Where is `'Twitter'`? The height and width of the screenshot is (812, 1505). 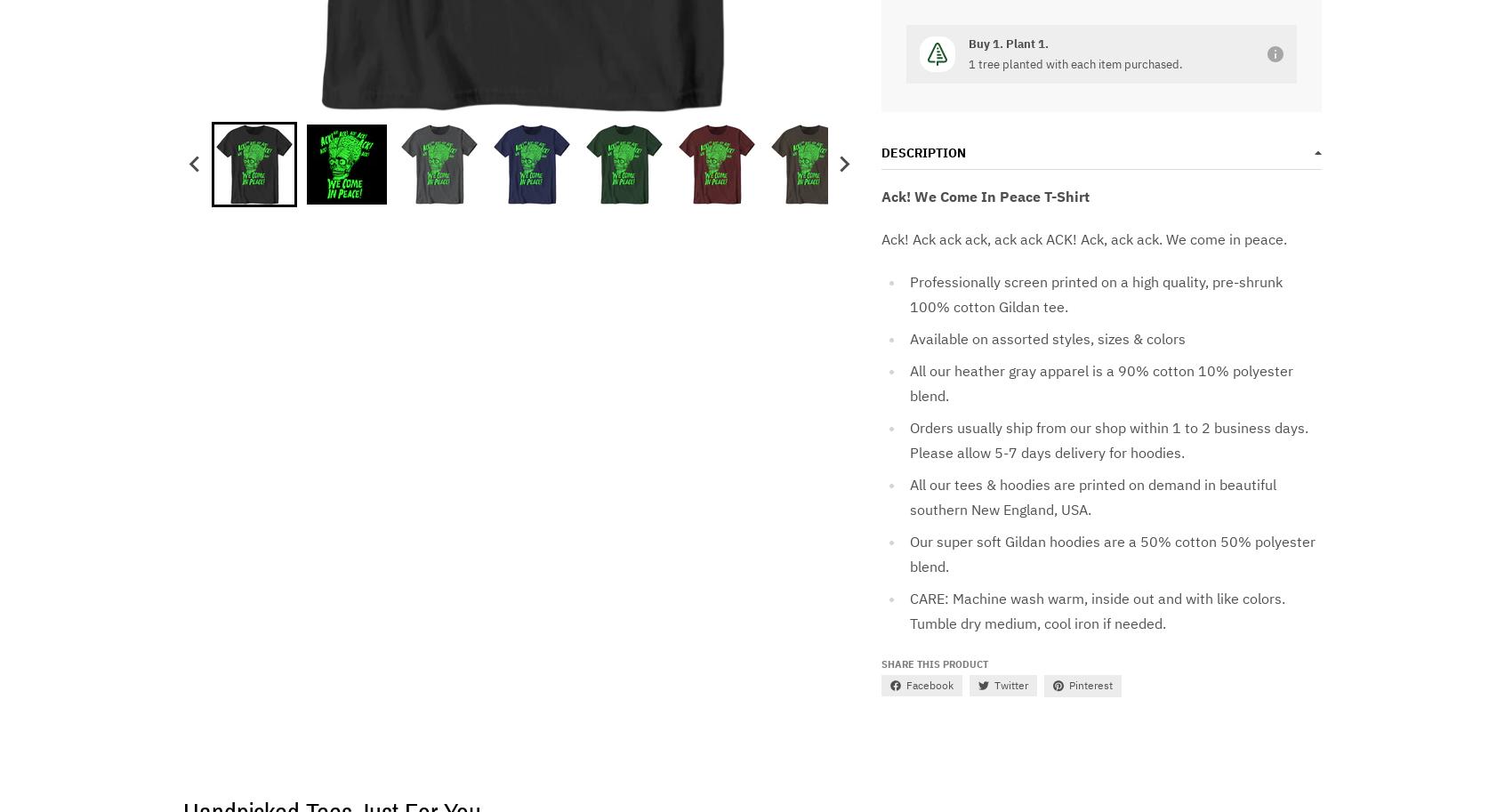
'Twitter' is located at coordinates (994, 685).